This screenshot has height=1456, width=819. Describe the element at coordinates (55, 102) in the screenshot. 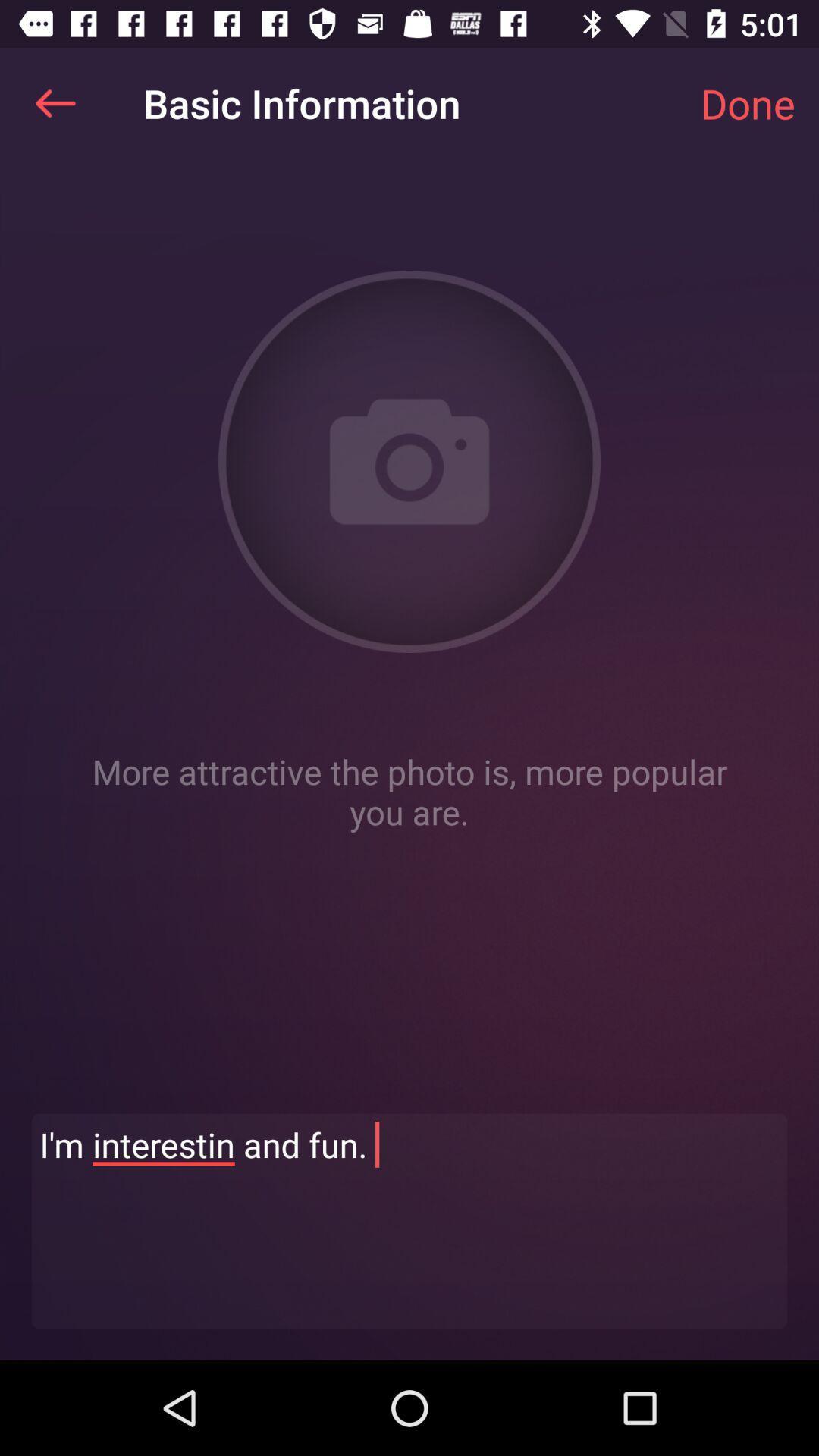

I see `the app to the left of the basic information` at that location.